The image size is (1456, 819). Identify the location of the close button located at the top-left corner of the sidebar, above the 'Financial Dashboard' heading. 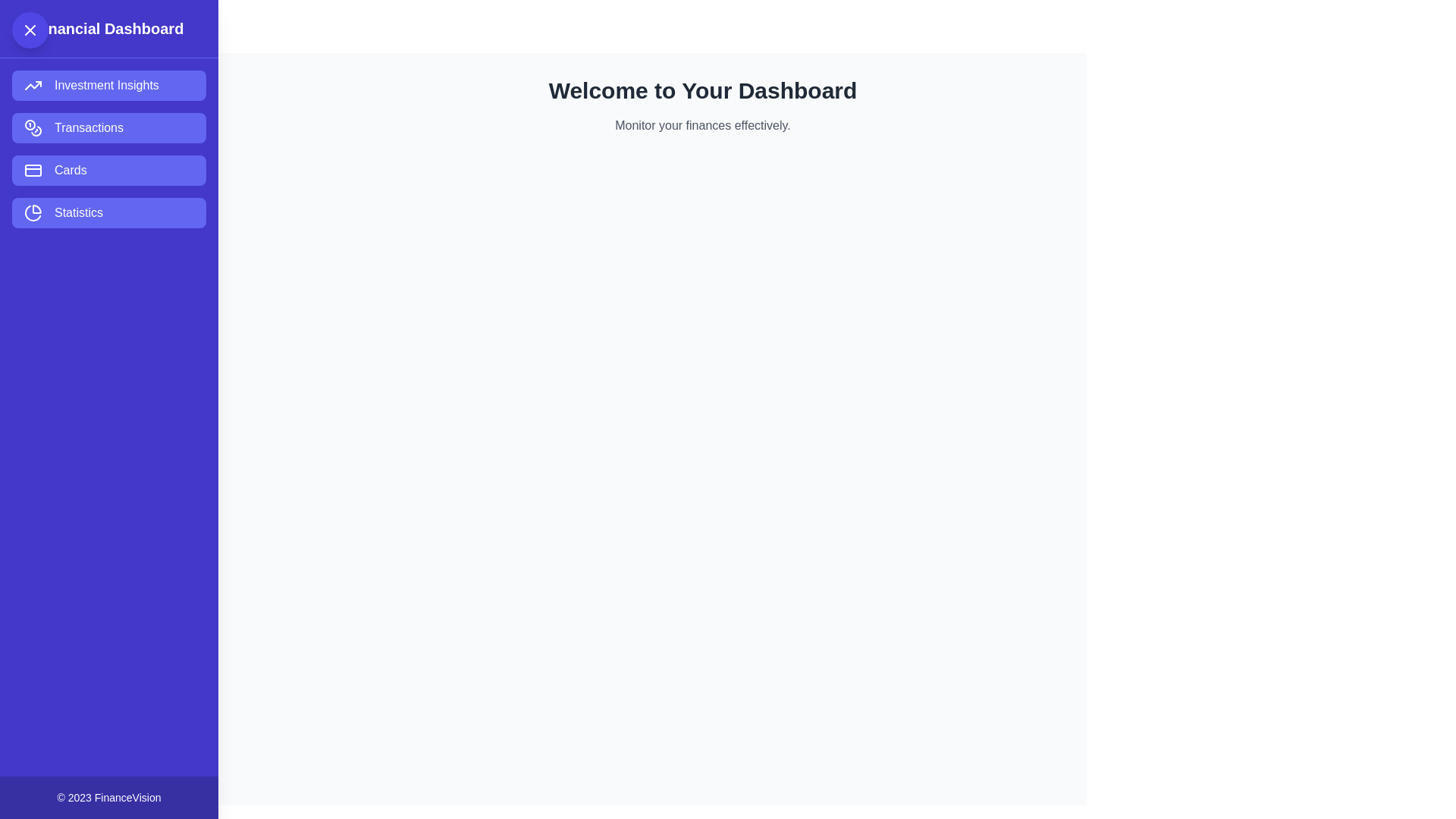
(30, 30).